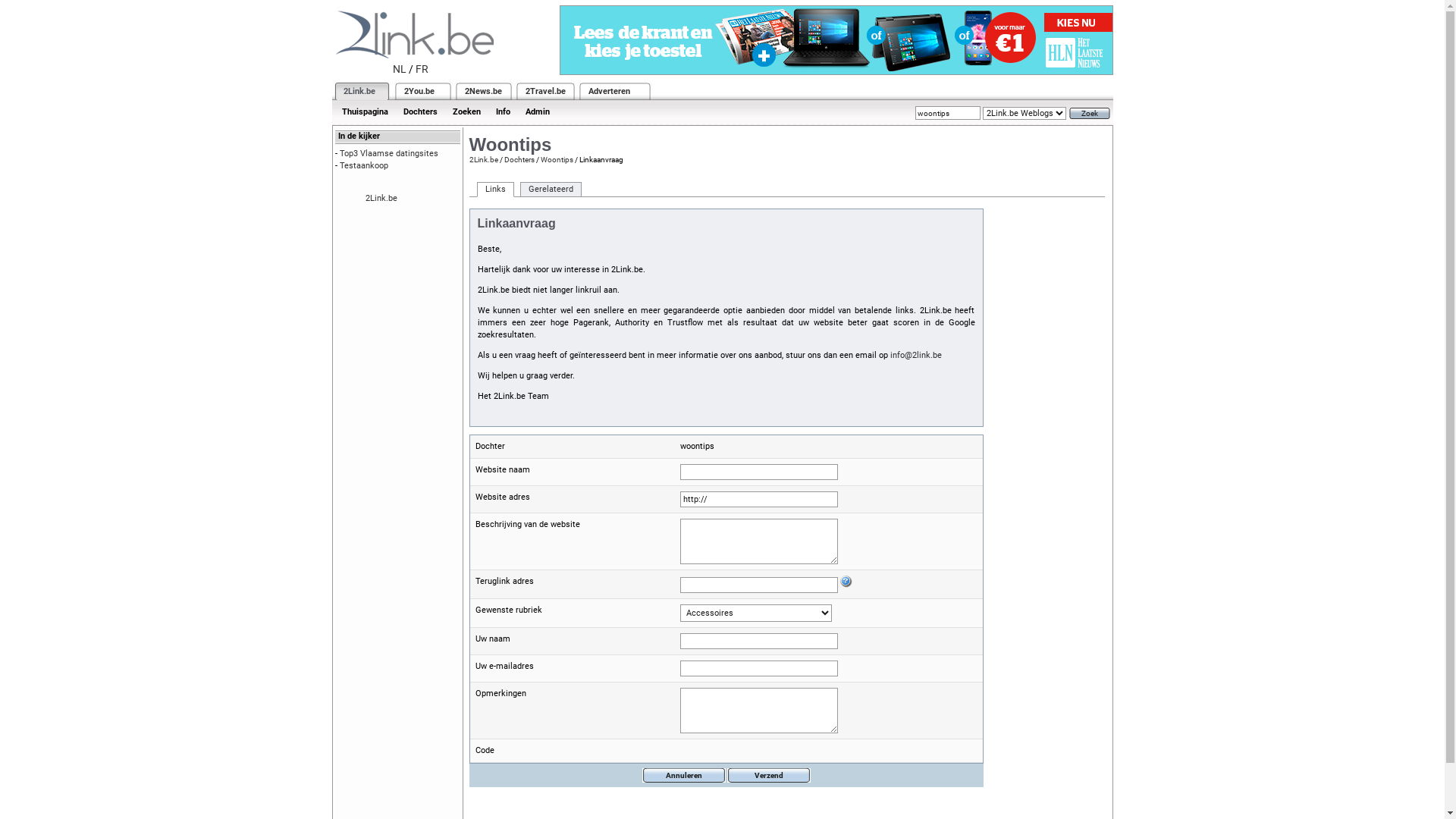 Image resolution: width=1456 pixels, height=819 pixels. Describe the element at coordinates (537, 111) in the screenshot. I see `'Admin'` at that location.